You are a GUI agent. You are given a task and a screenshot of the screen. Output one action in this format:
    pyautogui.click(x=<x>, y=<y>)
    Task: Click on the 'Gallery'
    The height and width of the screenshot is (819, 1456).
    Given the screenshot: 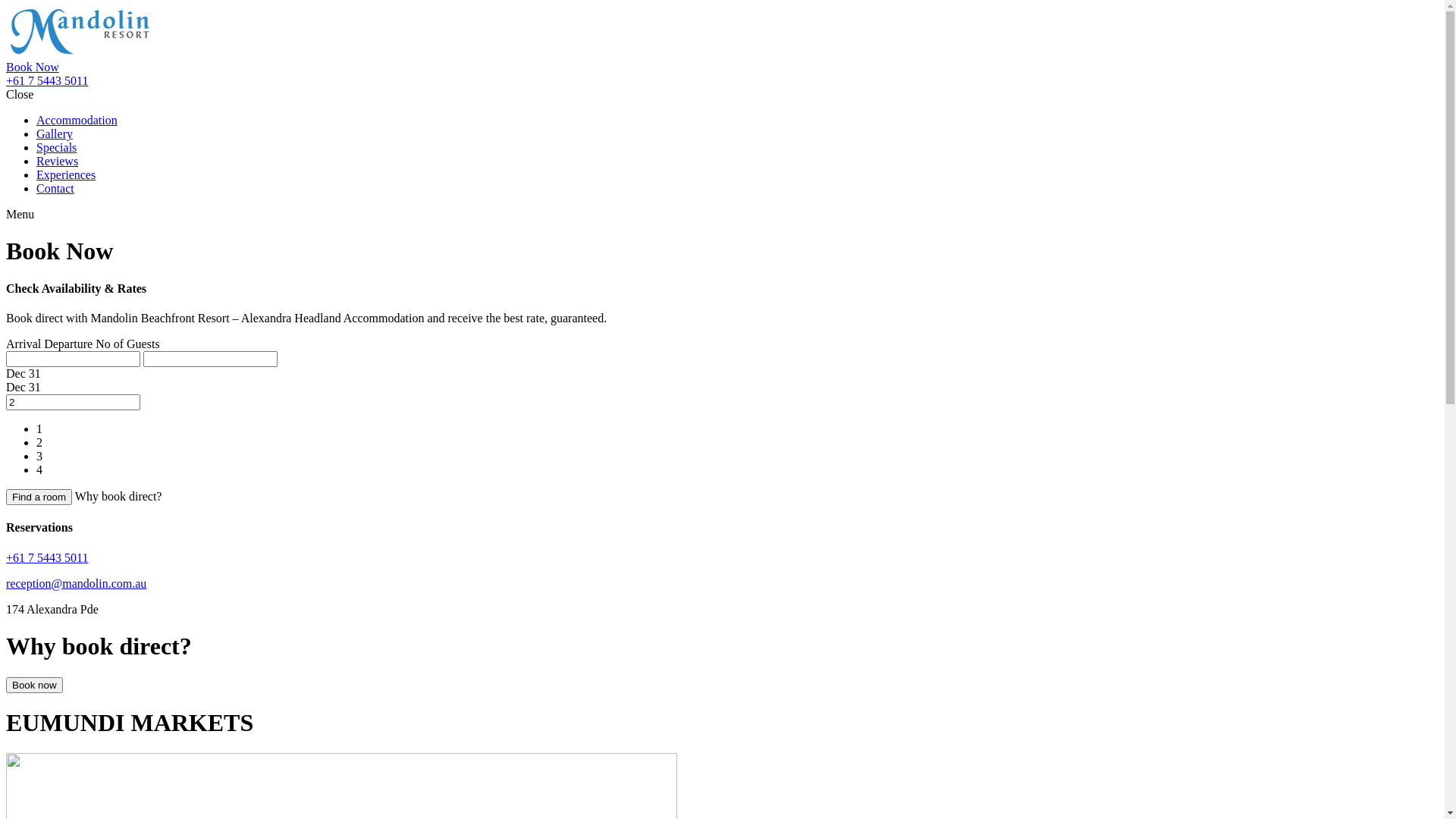 What is the action you would take?
    pyautogui.click(x=36, y=133)
    